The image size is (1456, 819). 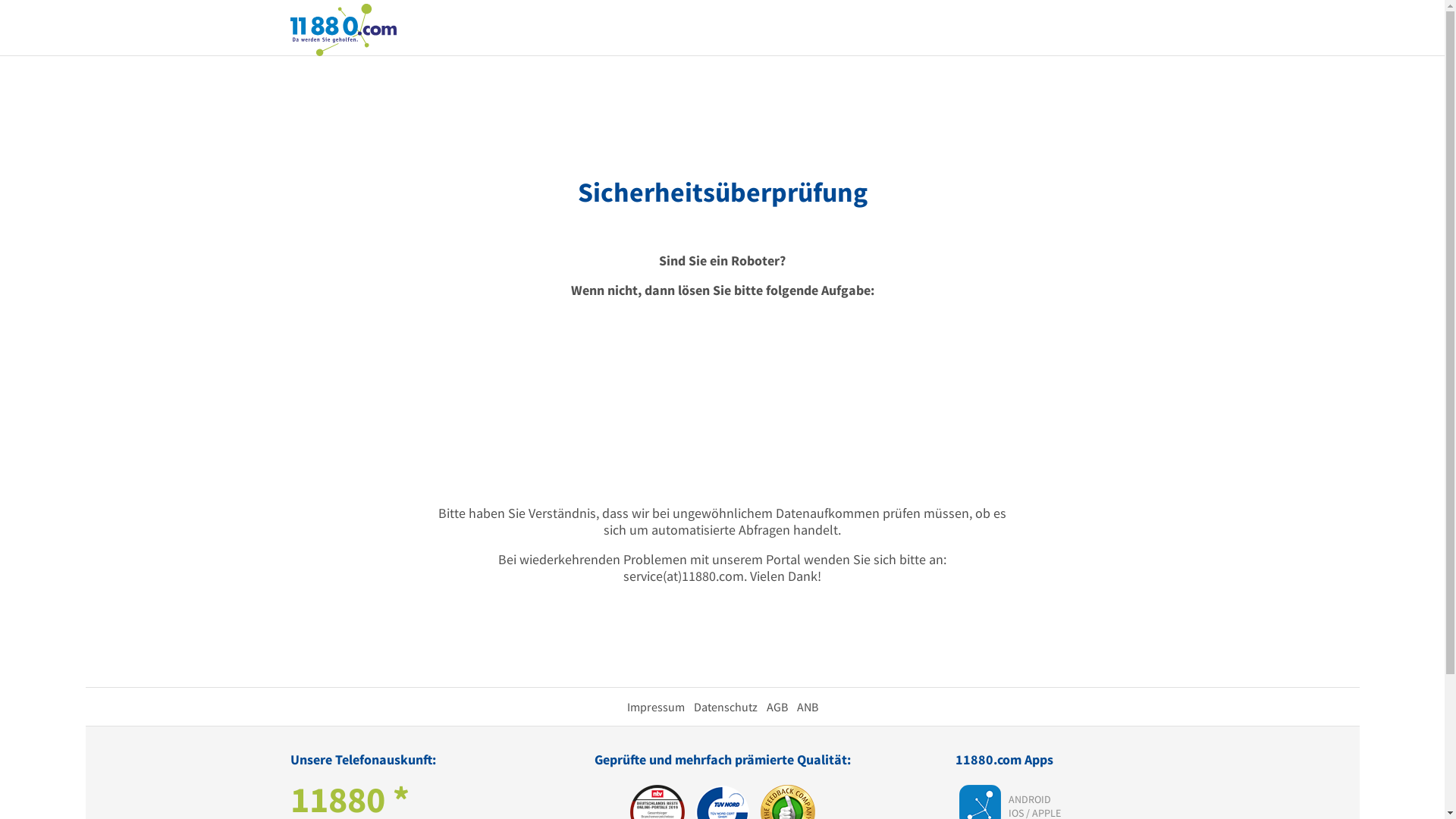 What do you see at coordinates (806, 707) in the screenshot?
I see `'ANB'` at bounding box center [806, 707].